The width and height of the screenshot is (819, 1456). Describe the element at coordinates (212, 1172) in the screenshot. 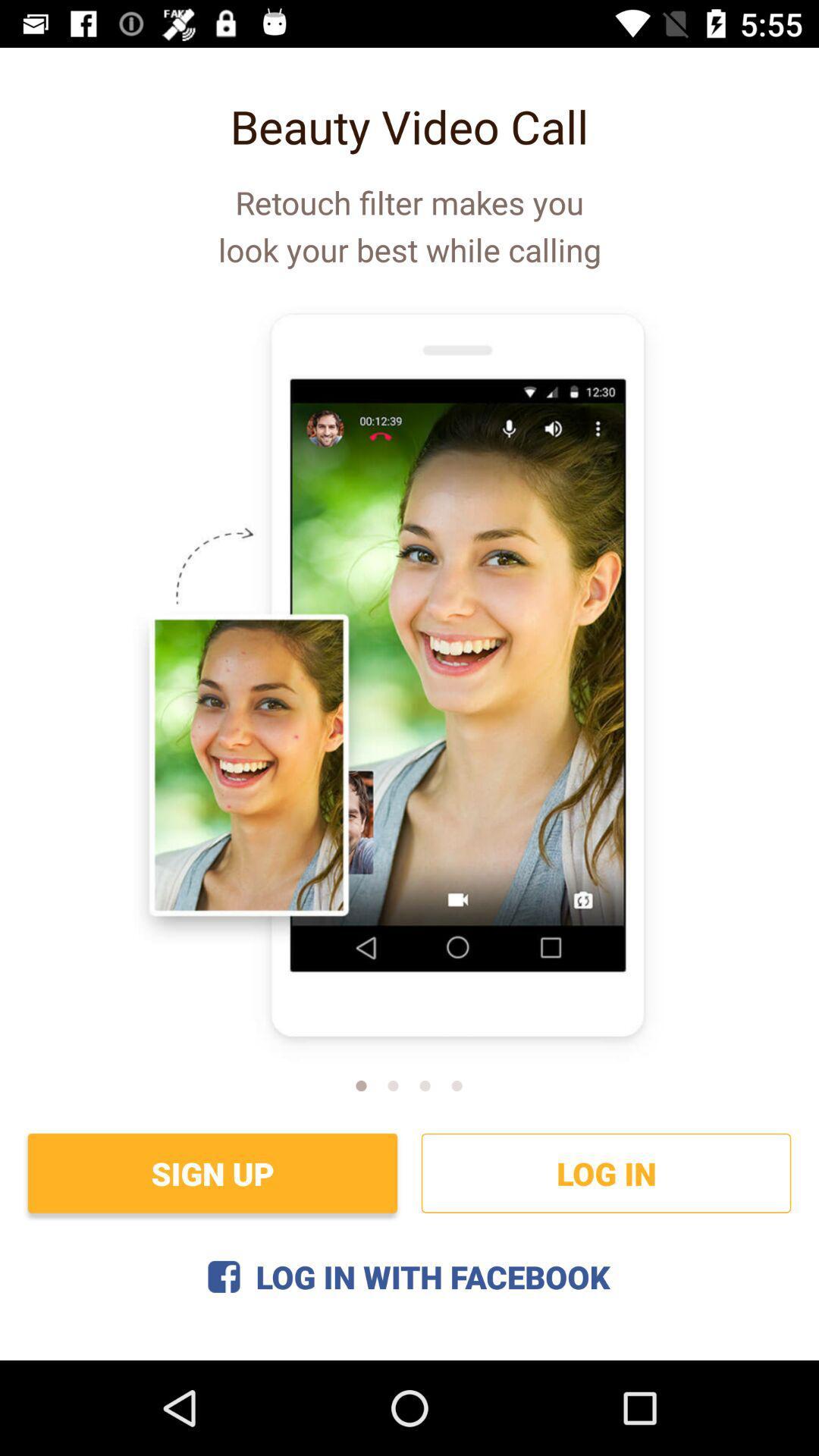

I see `the icon above the log in with` at that location.